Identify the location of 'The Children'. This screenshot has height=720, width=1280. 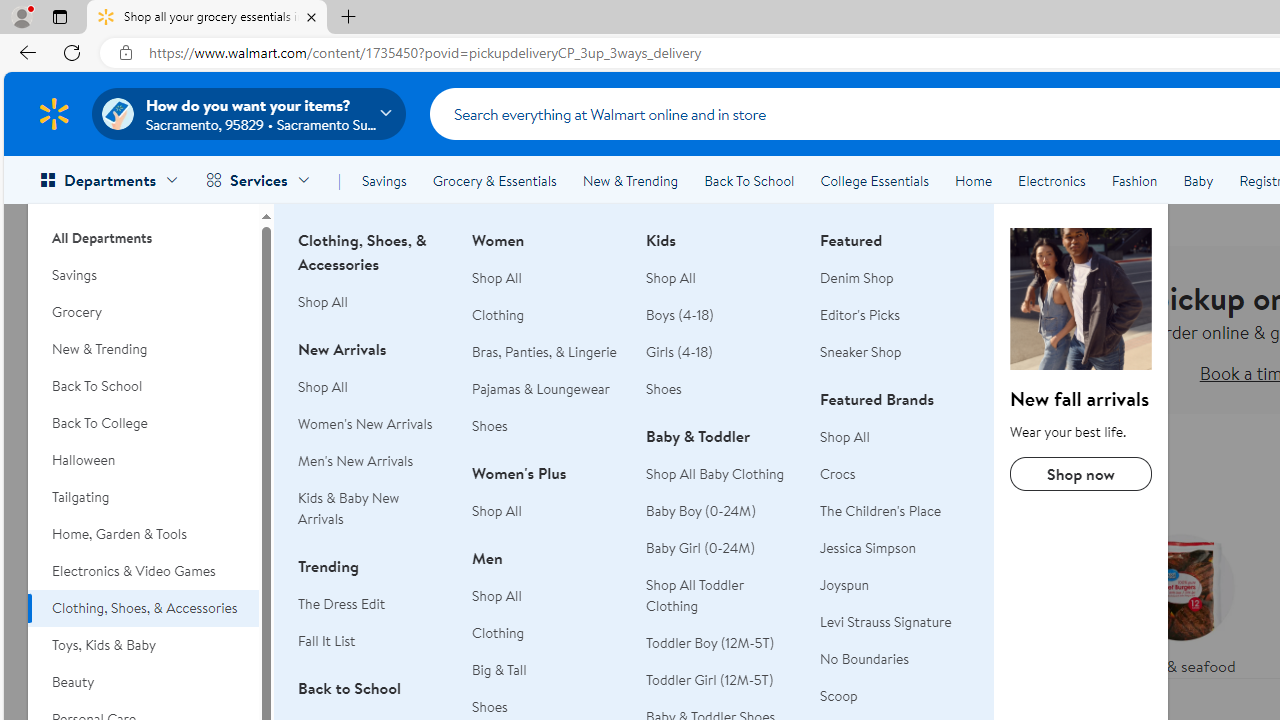
(880, 510).